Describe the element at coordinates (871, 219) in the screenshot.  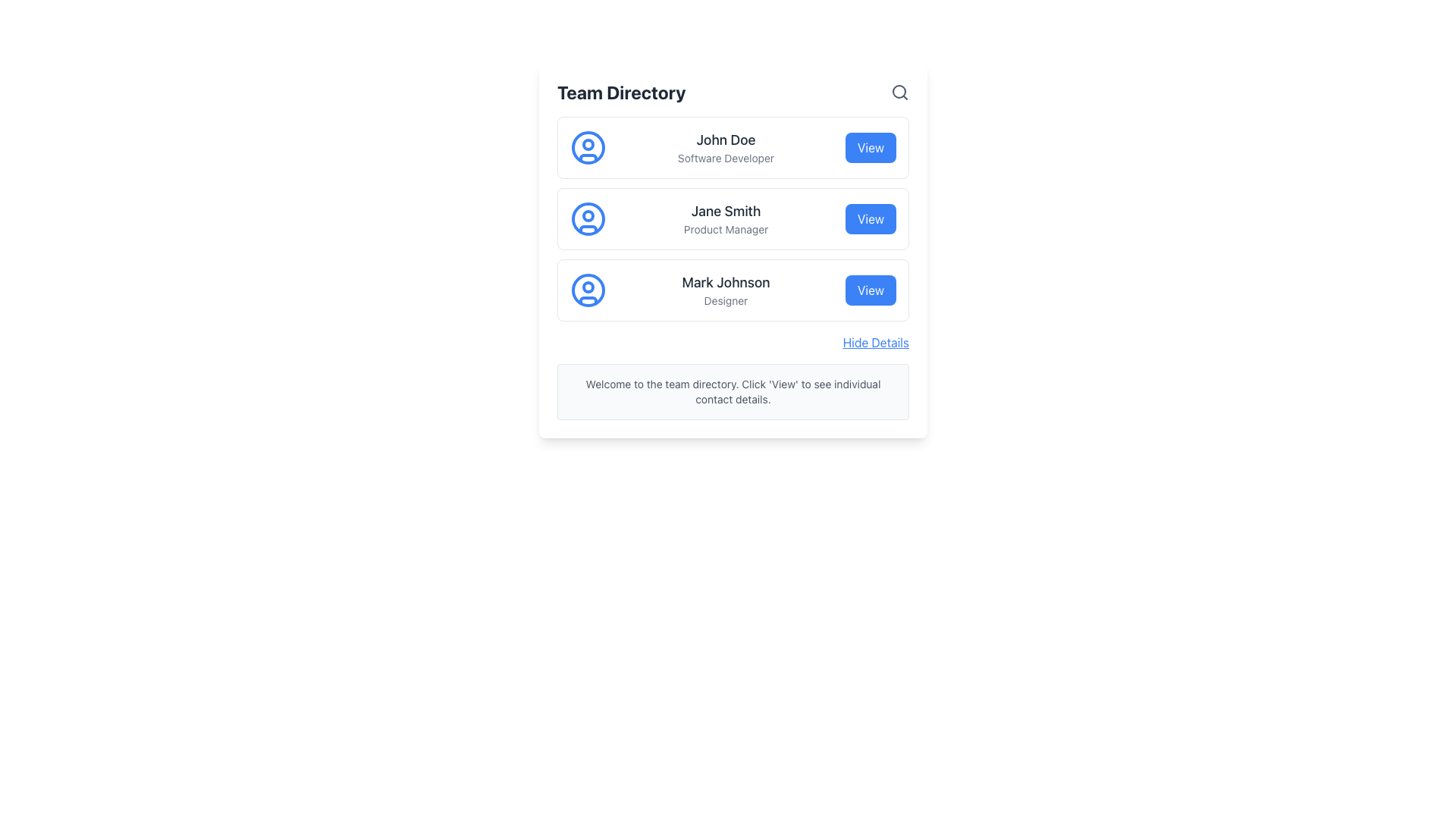
I see `the button located in the second row of the 'Team Directory' list, positioned to the far-right of 'Jane Smith' and 'Product Manager'` at that location.